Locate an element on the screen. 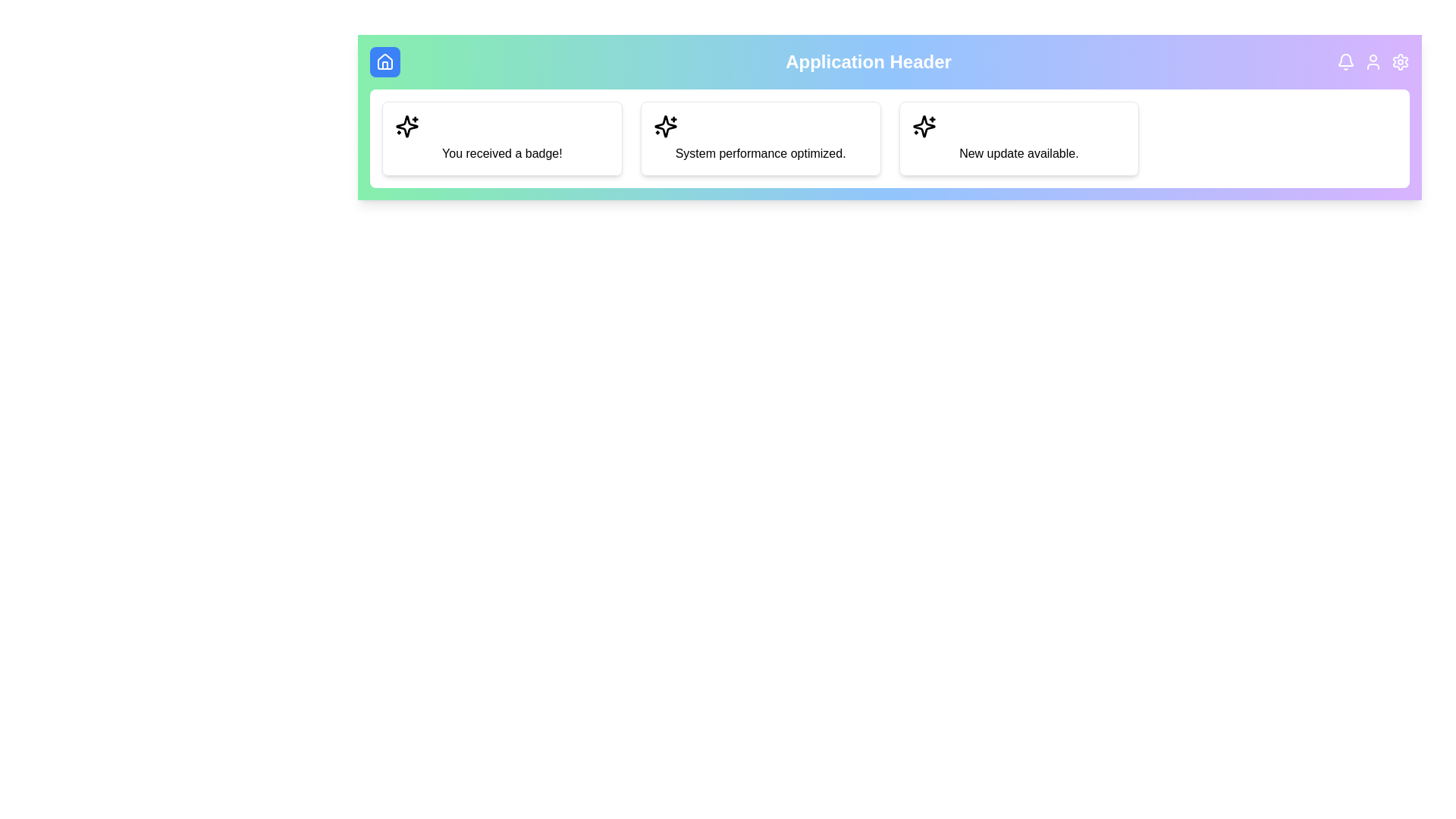 This screenshot has width=1456, height=819. the notification card with the text 'System performance optimized.' is located at coordinates (761, 138).